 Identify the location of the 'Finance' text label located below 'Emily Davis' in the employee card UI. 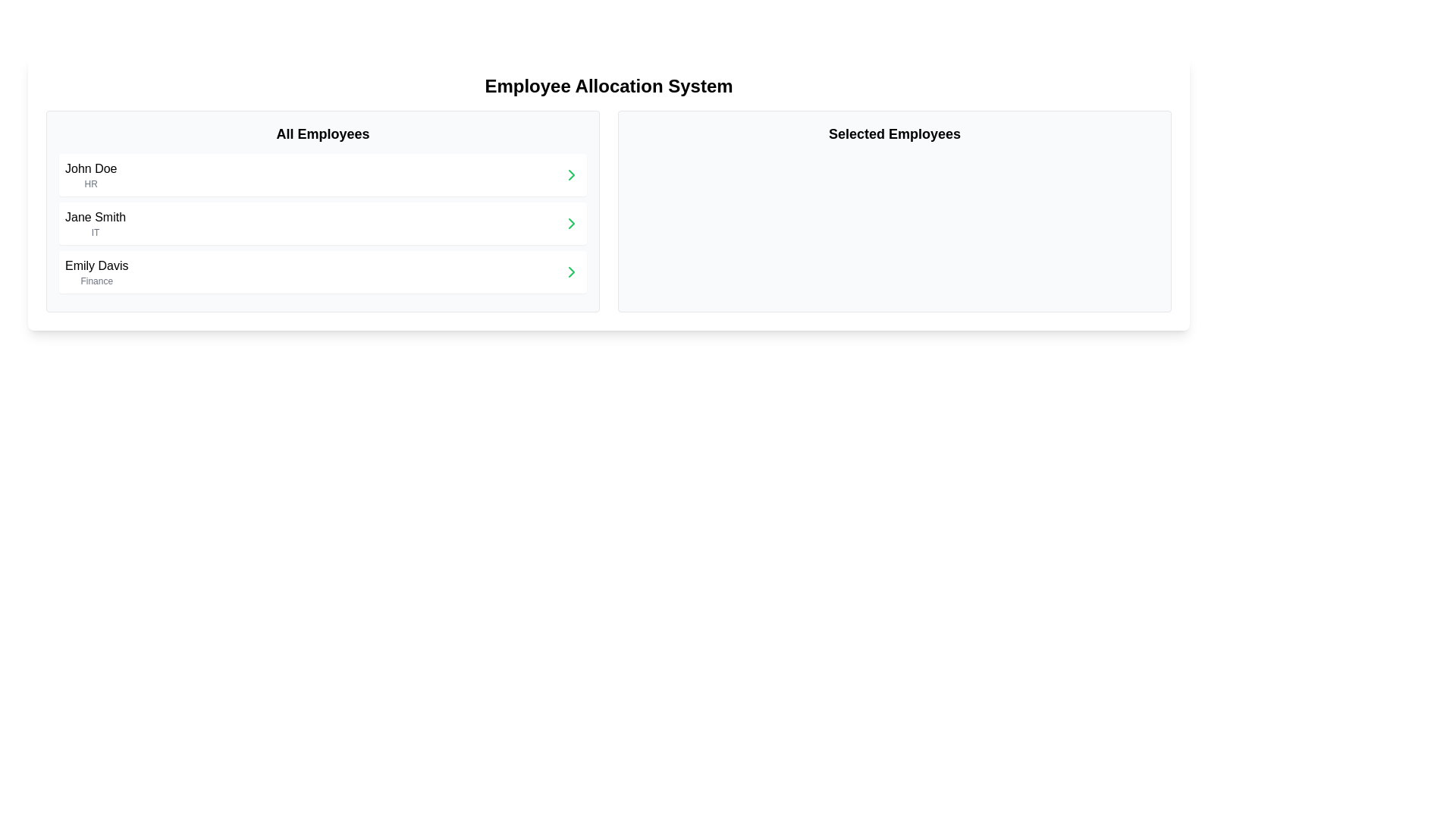
(96, 281).